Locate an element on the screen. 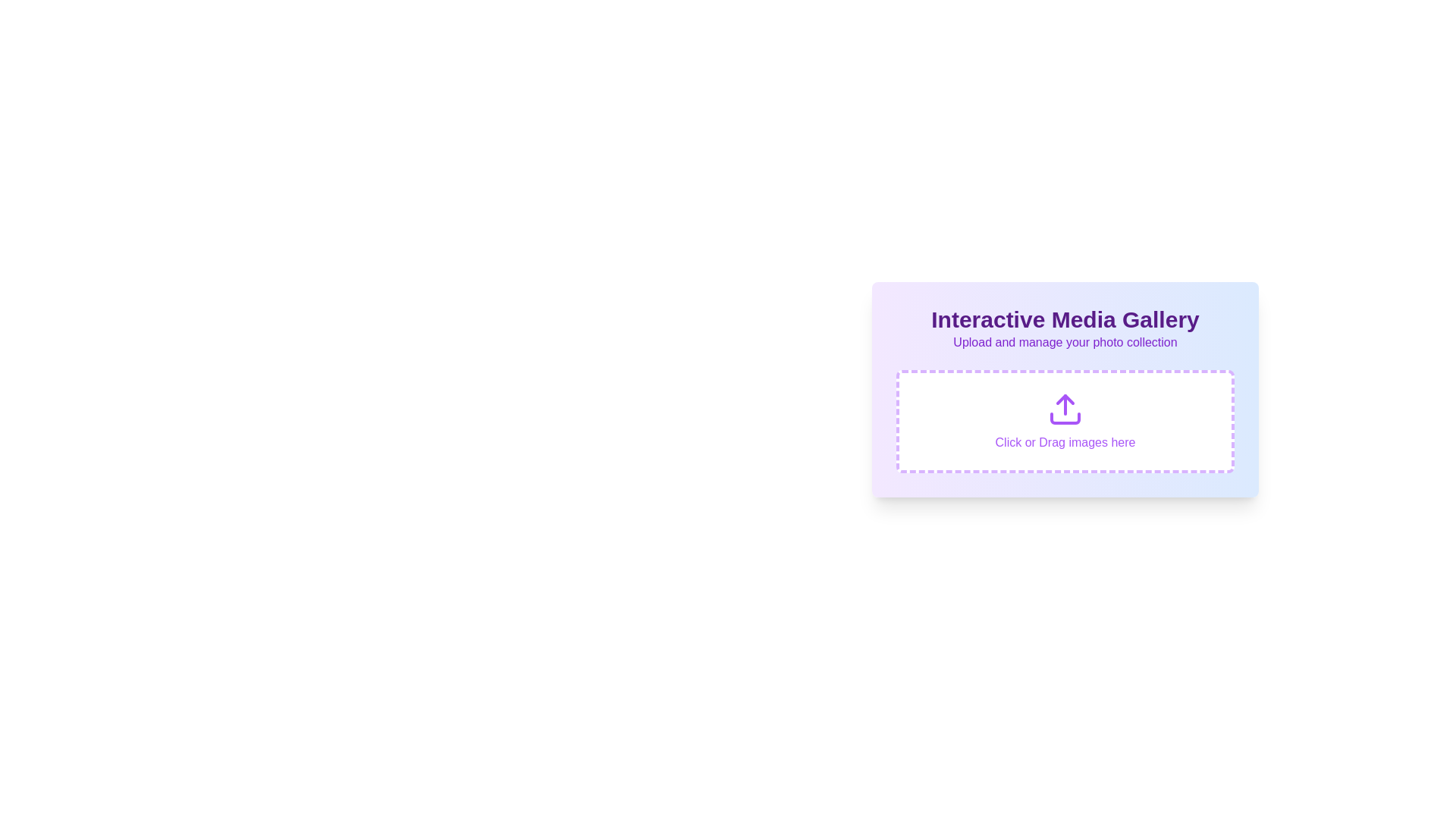  the upload icon that is centrally located within the dashed rectangular area labeled 'Click or Drag images here', which is part of the 'Interactive Media Gallery' panel is located at coordinates (1065, 409).